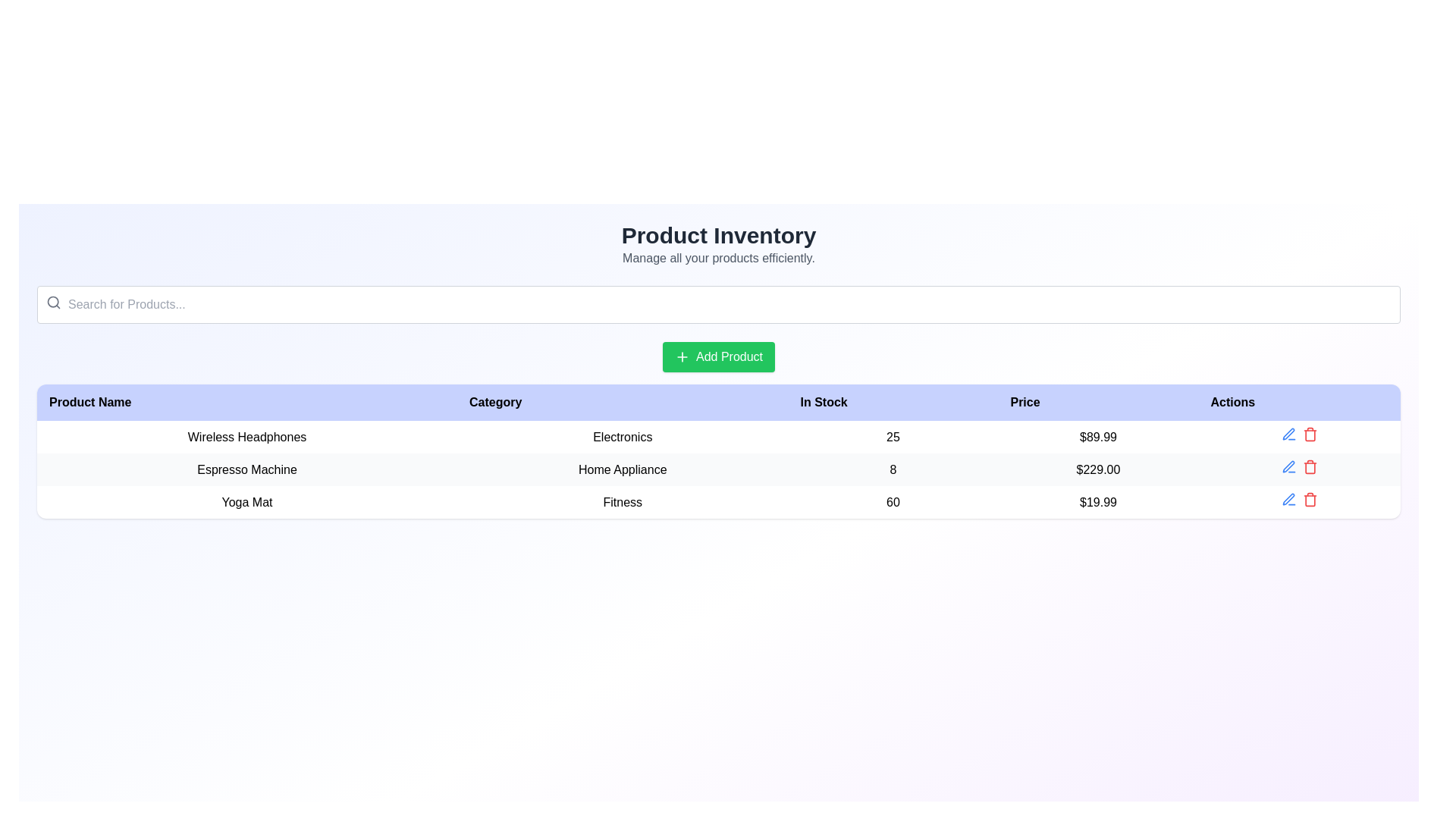 Image resolution: width=1456 pixels, height=819 pixels. I want to click on text content of the 'Electronics' label, which is displayed in bold format within the row for 'Wireless Headphones' in the second column, so click(623, 437).